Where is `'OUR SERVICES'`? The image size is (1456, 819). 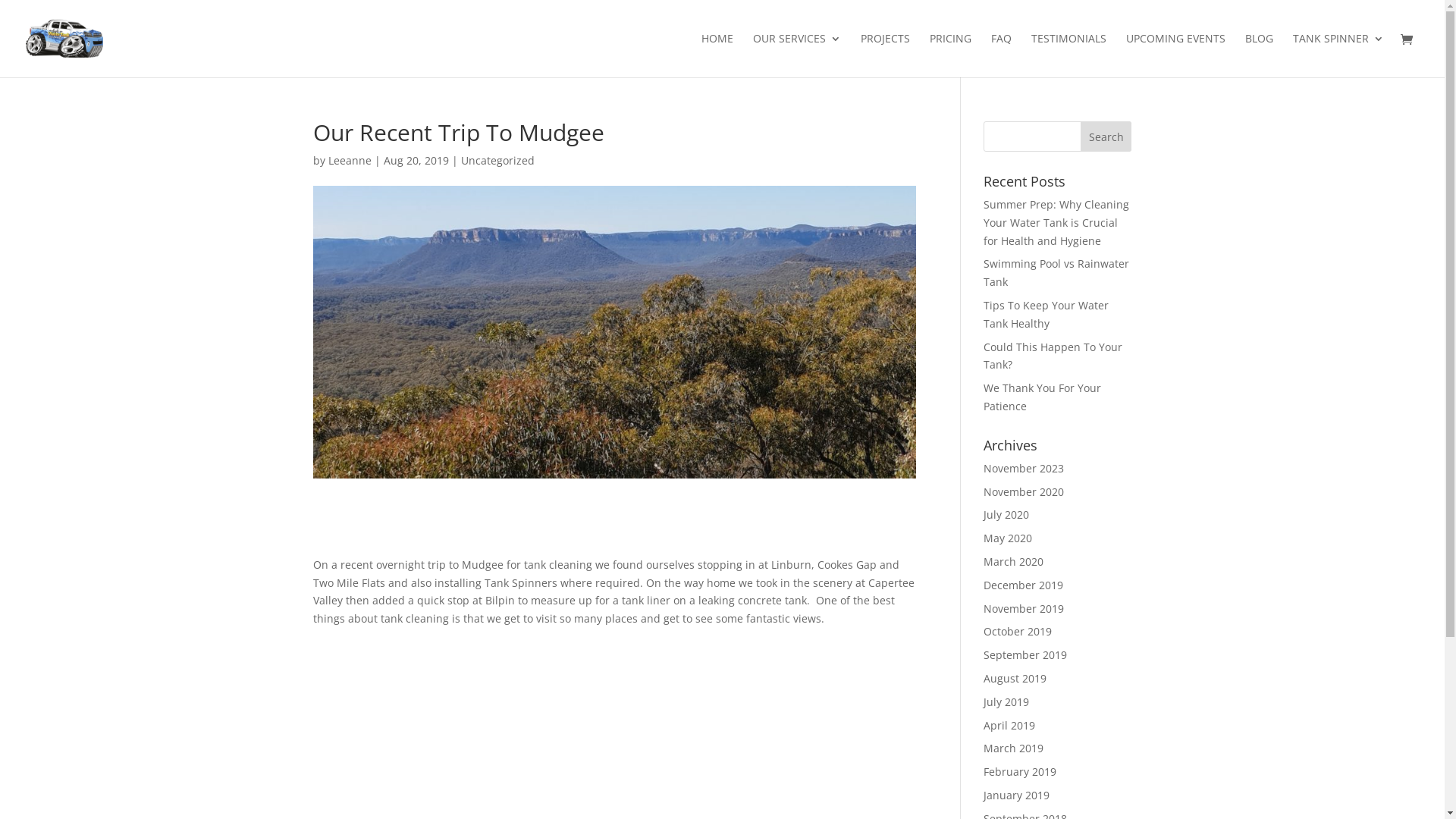
'OUR SERVICES' is located at coordinates (796, 55).